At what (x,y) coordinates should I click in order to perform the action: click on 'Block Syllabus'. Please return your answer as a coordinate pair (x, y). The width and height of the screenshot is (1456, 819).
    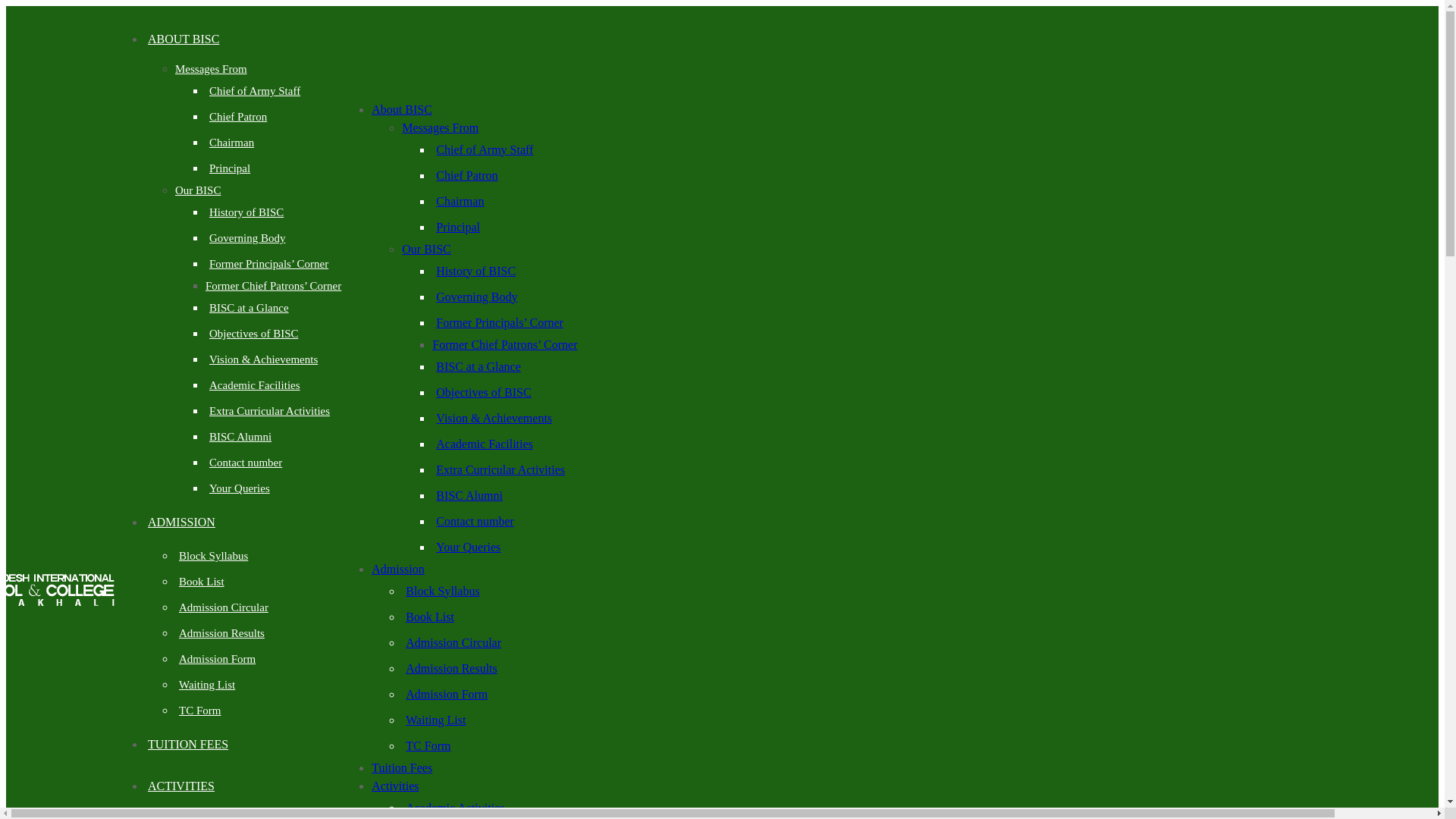
    Looking at the image, I should click on (405, 589).